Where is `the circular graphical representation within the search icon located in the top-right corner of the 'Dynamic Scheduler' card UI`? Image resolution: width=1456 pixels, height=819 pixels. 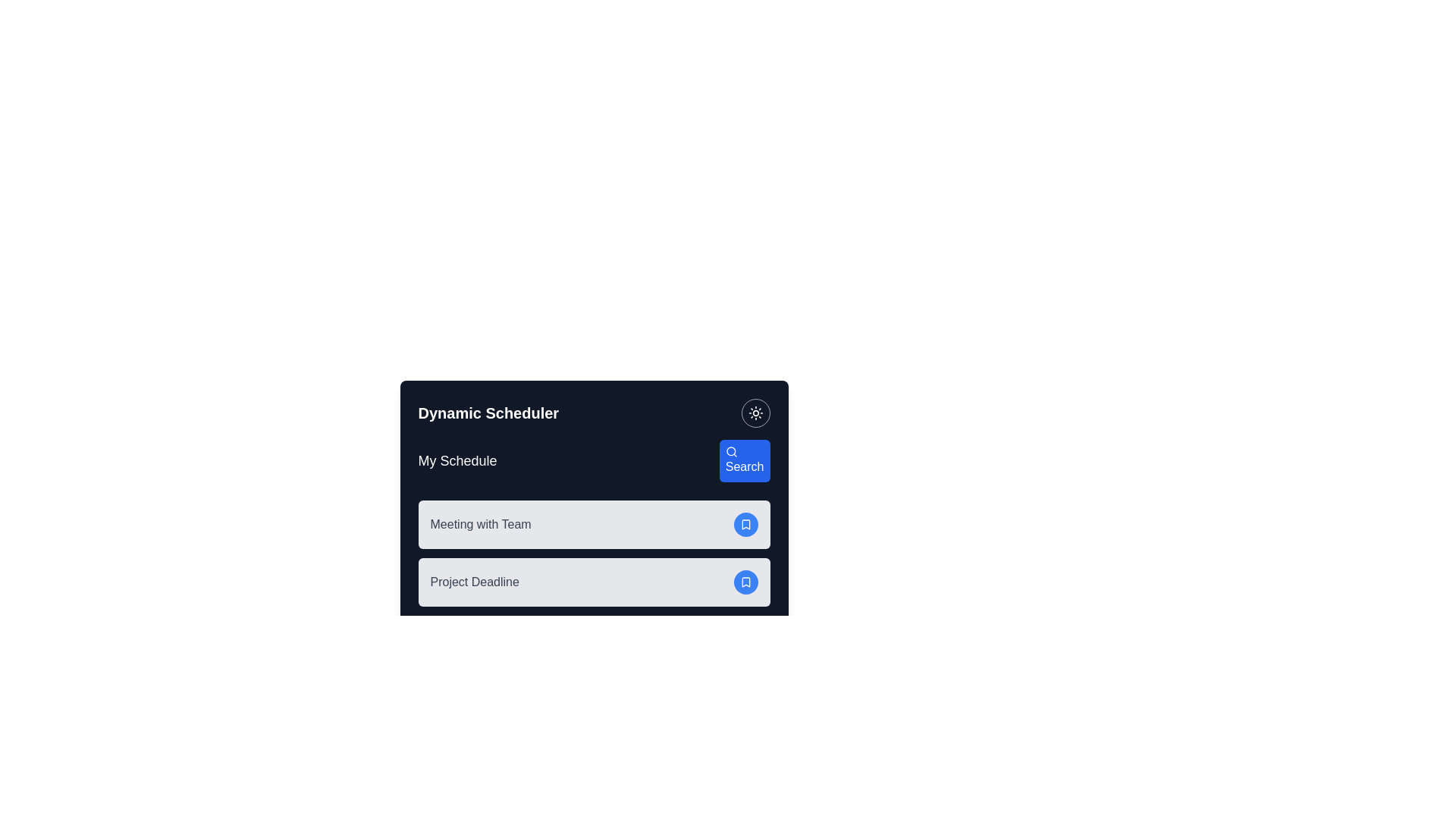 the circular graphical representation within the search icon located in the top-right corner of the 'Dynamic Scheduler' card UI is located at coordinates (731, 450).